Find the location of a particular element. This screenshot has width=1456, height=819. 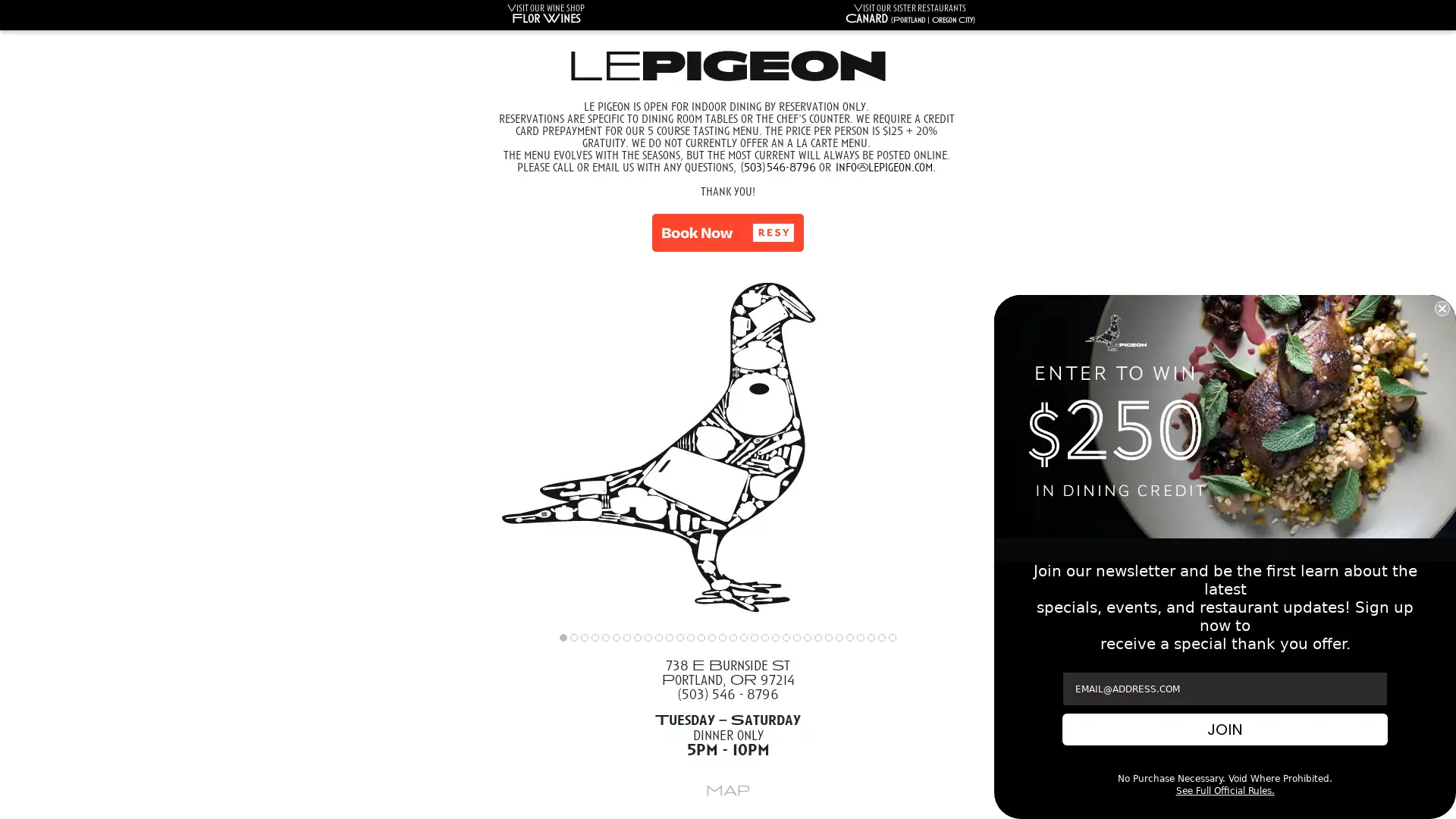

JOIN is located at coordinates (1225, 728).